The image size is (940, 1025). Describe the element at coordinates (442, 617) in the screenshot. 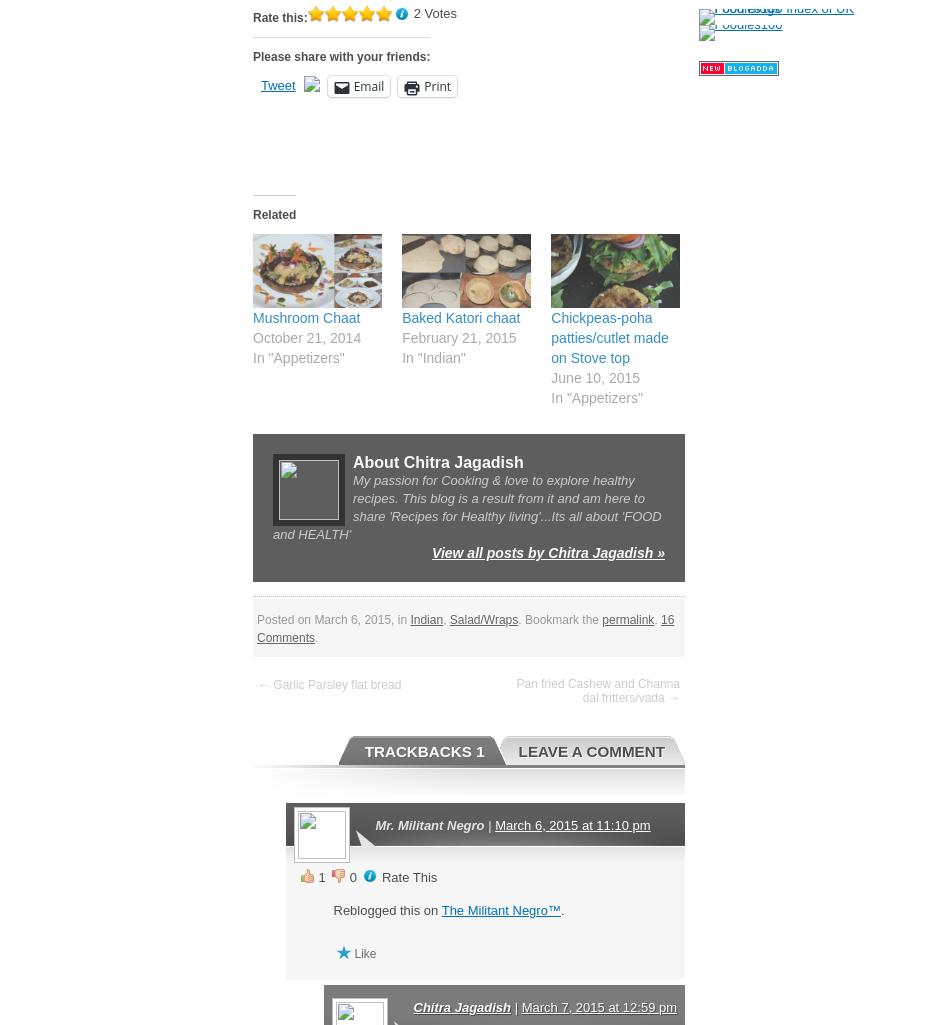

I see `','` at that location.